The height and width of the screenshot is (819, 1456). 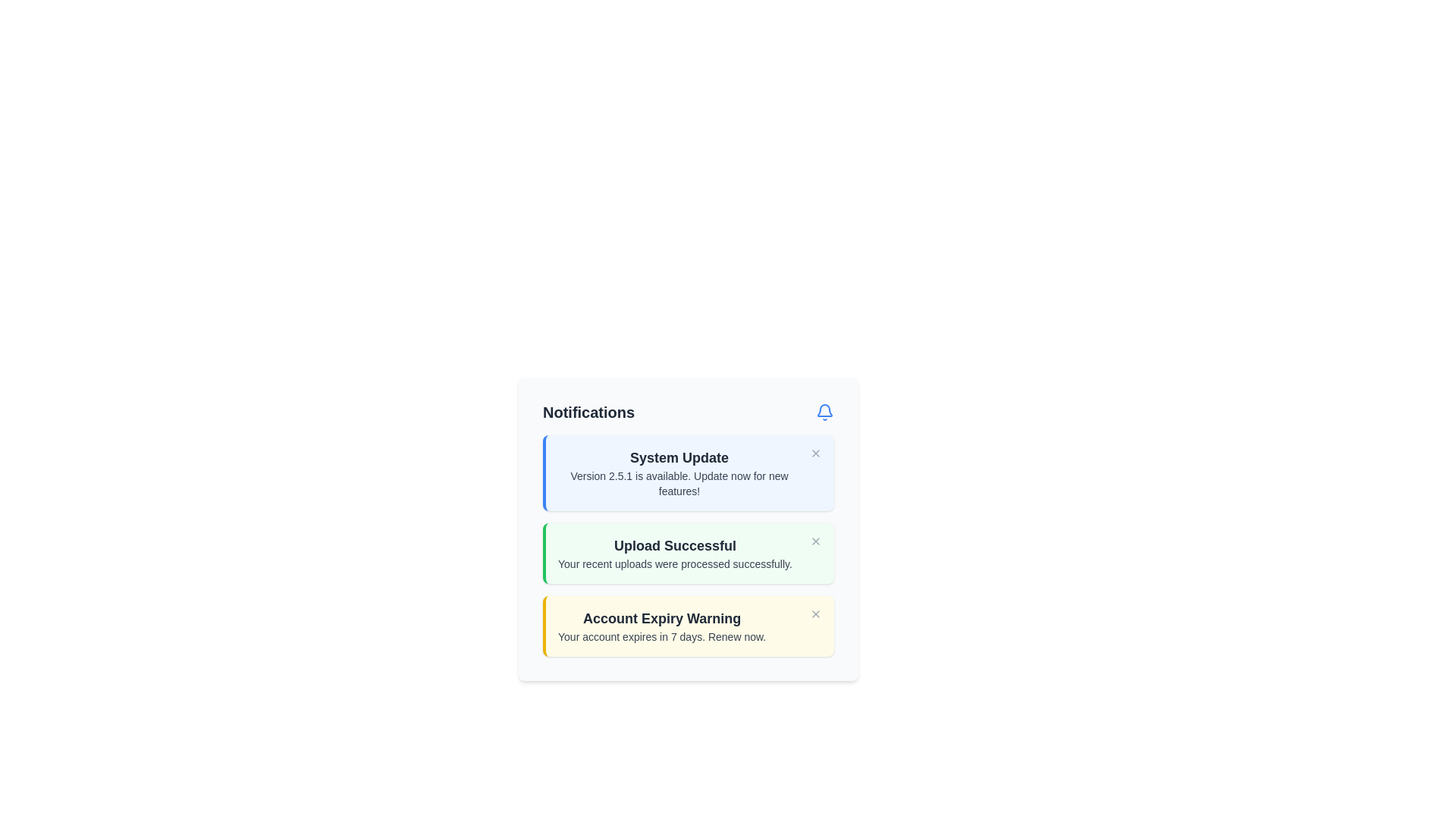 What do you see at coordinates (679, 457) in the screenshot?
I see `the text label at the top of the notification card titled 'System Update', which indicates the purpose of the notification` at bounding box center [679, 457].